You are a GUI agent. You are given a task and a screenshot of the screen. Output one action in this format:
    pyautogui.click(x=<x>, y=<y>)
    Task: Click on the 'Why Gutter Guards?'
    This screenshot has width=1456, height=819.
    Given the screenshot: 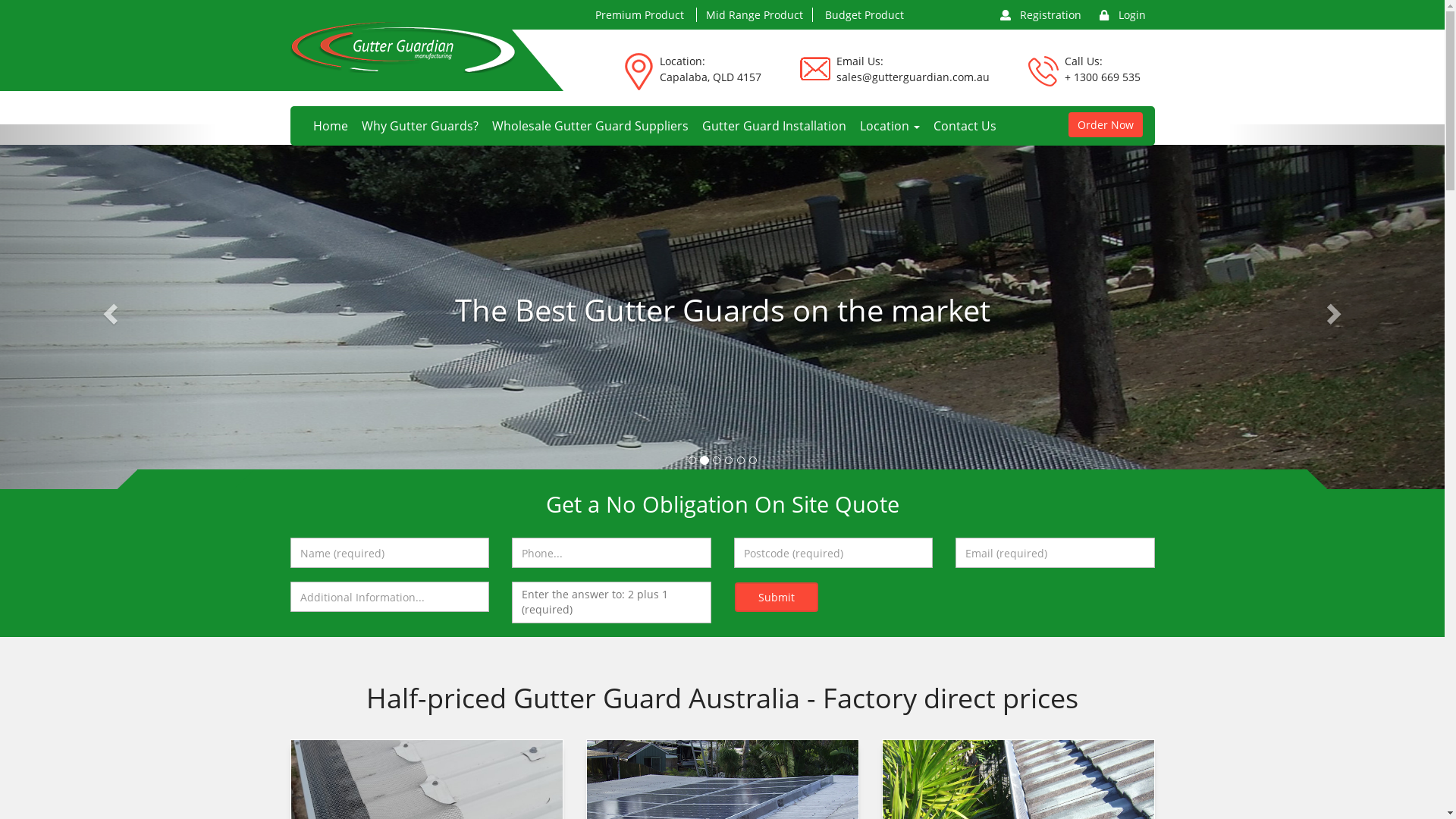 What is the action you would take?
    pyautogui.click(x=353, y=124)
    